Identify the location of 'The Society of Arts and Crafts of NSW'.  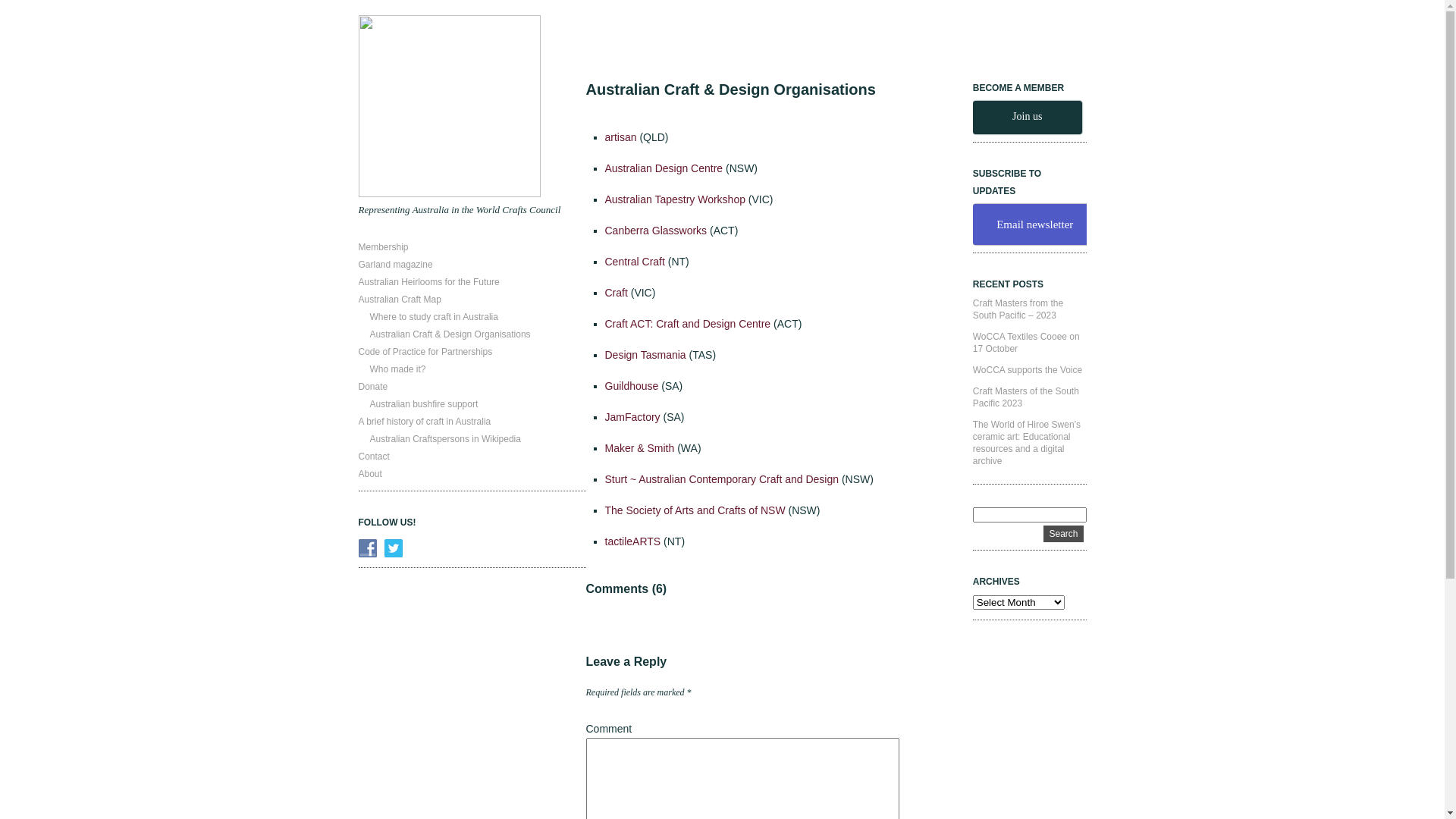
(694, 510).